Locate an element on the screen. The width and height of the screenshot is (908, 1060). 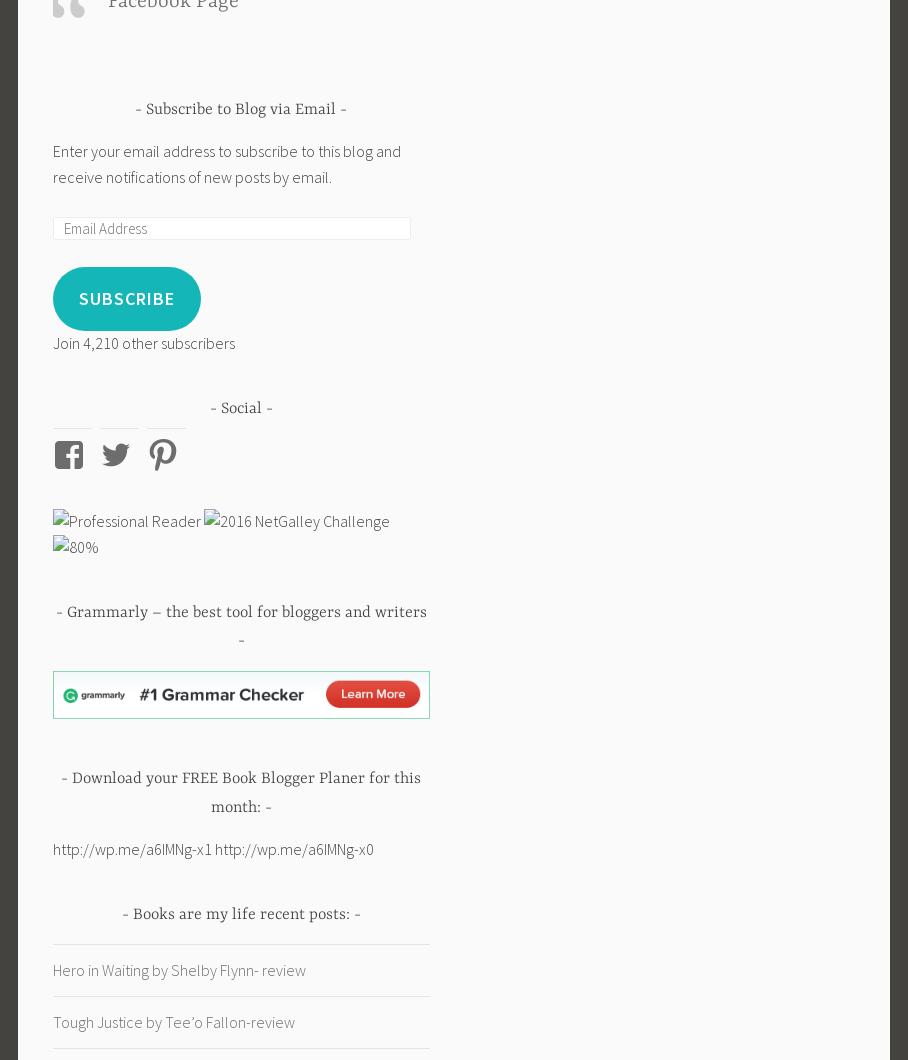
'Social' is located at coordinates (239, 407).